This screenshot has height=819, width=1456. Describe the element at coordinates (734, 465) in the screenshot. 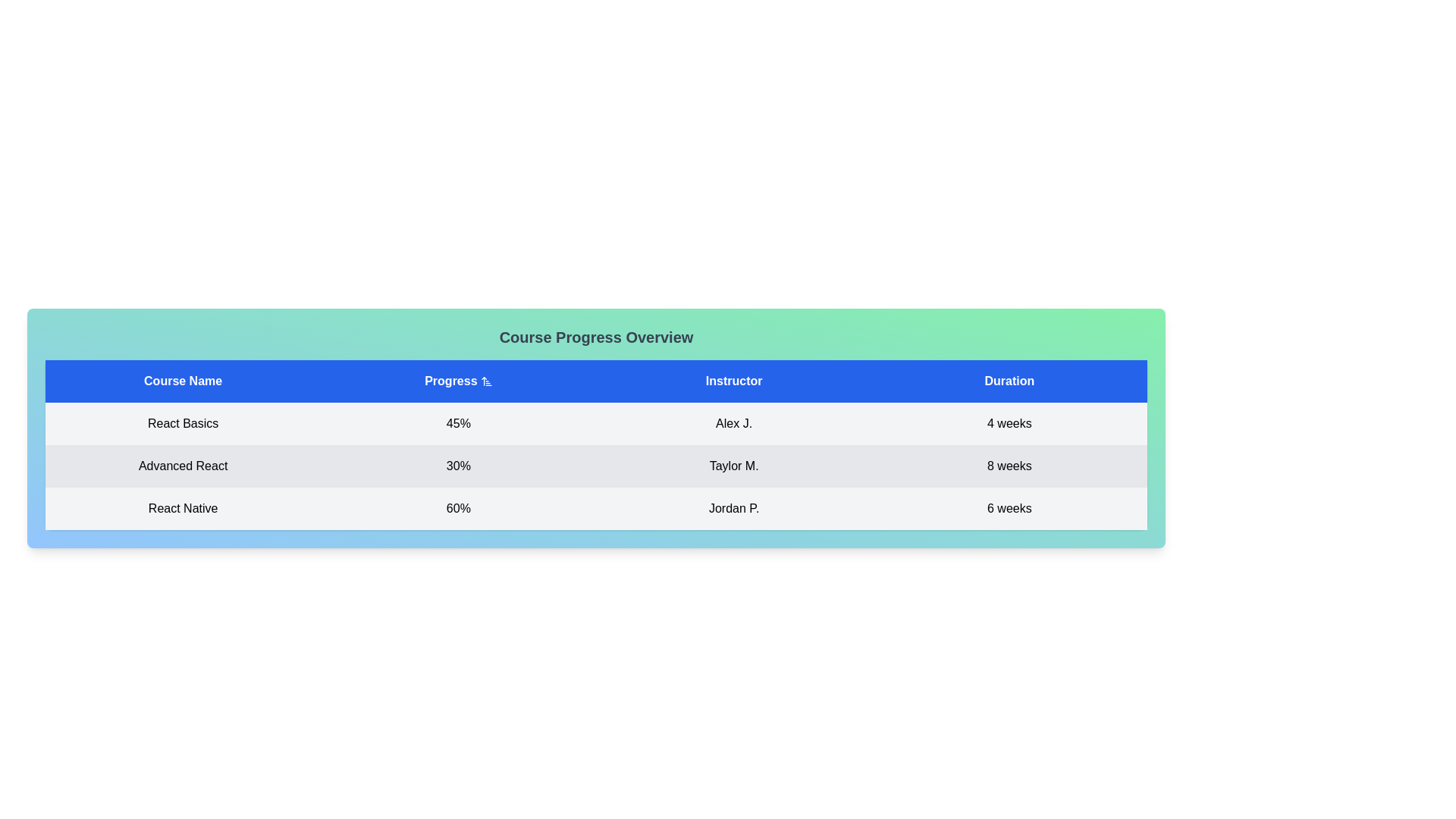

I see `text displayed for the instructor in the third cell of the second row in the 'Instructor' column of the course table` at that location.